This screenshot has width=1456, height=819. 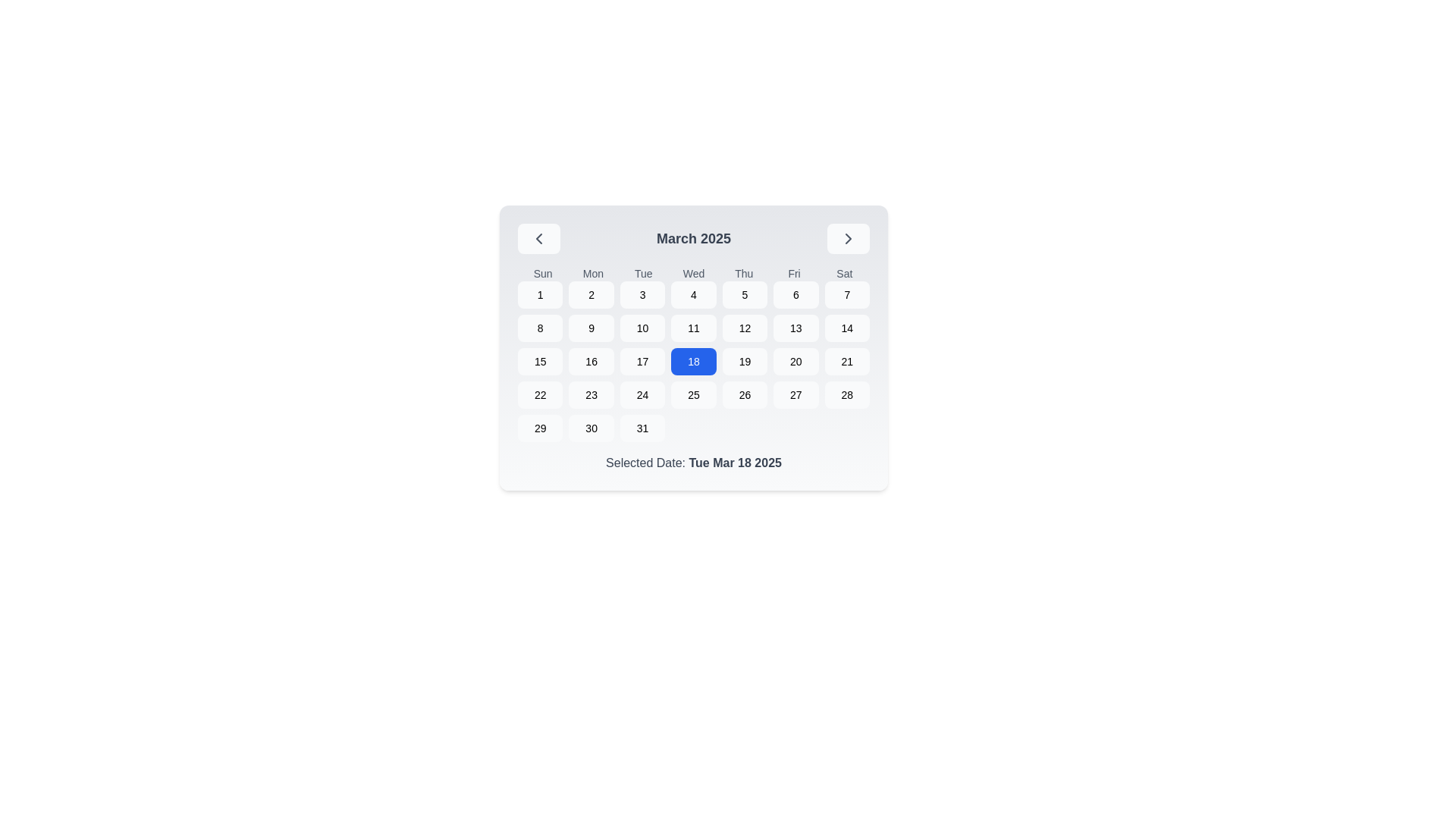 I want to click on the small left-pointing chevron icon located at the top-left corner of the calendar component, adjacent to the month heading 'March 2025', so click(x=538, y=239).